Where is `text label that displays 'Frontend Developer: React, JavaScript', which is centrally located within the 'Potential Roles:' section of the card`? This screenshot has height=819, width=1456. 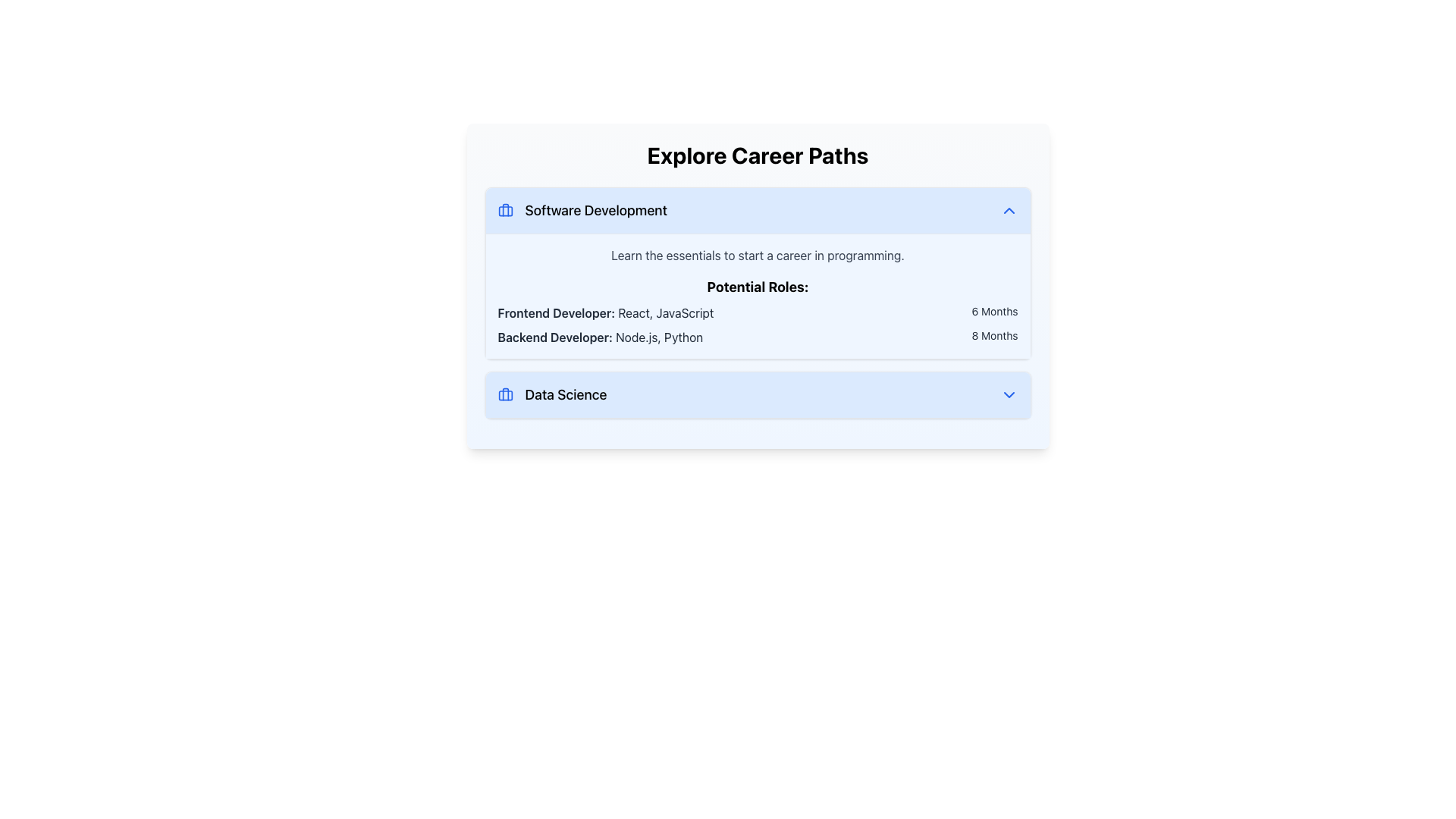
text label that displays 'Frontend Developer: React, JavaScript', which is centrally located within the 'Potential Roles:' section of the card is located at coordinates (604, 312).